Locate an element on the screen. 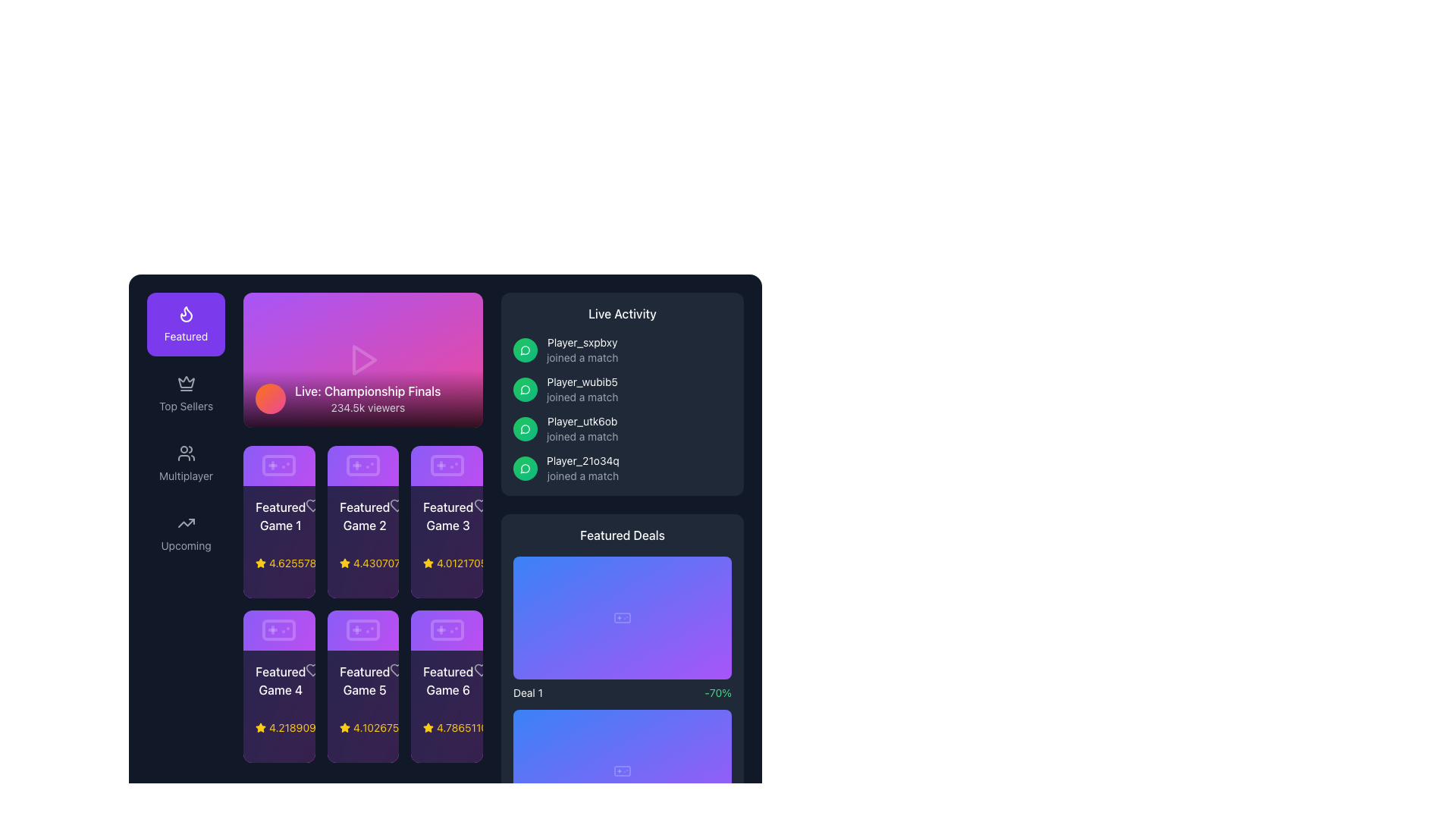  the content of the Text Display Panel that shows real-time updates for recent activities, specifically the entry where 'Player_21o34q' joined a match is located at coordinates (582, 467).